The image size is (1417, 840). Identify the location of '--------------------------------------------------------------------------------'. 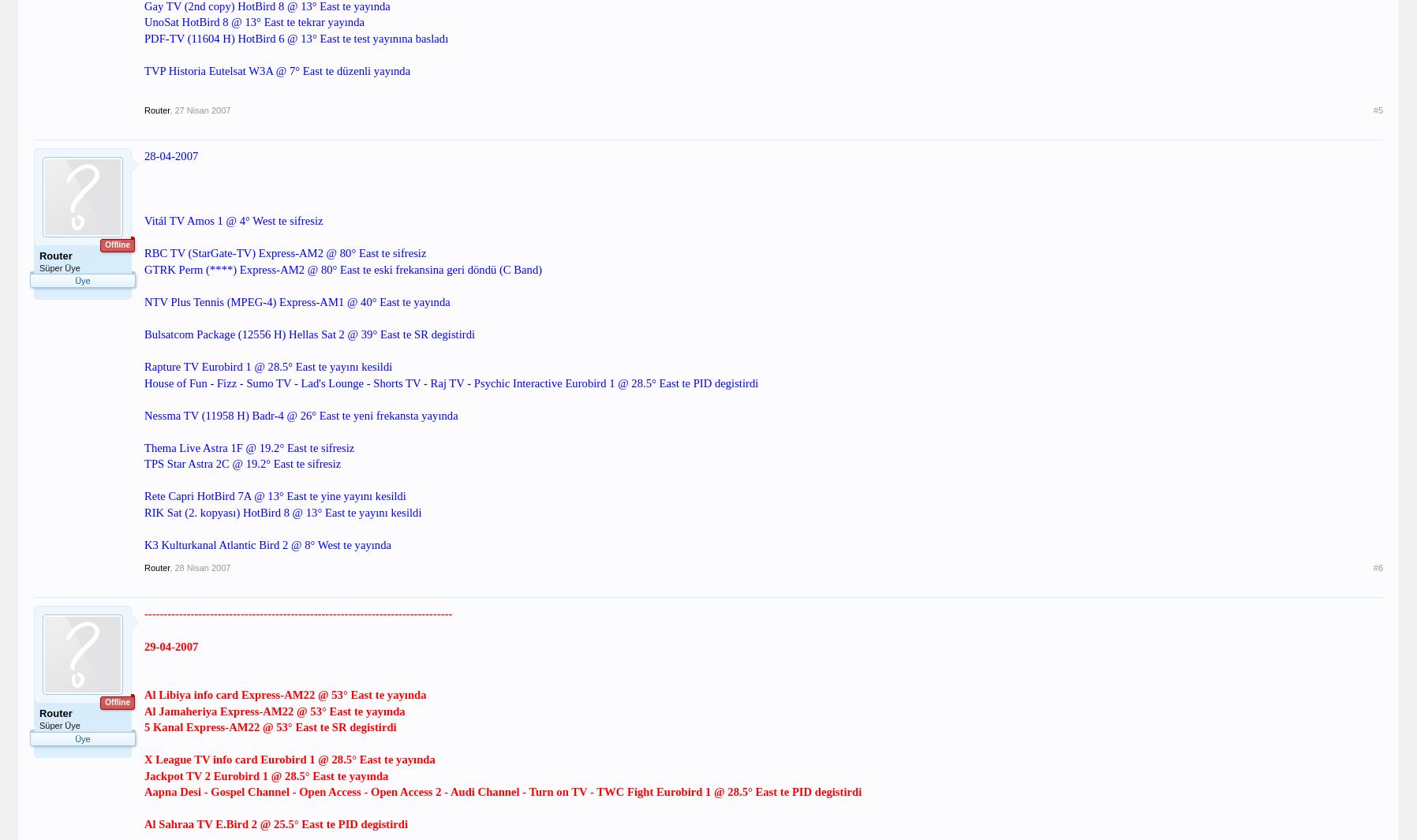
(297, 613).